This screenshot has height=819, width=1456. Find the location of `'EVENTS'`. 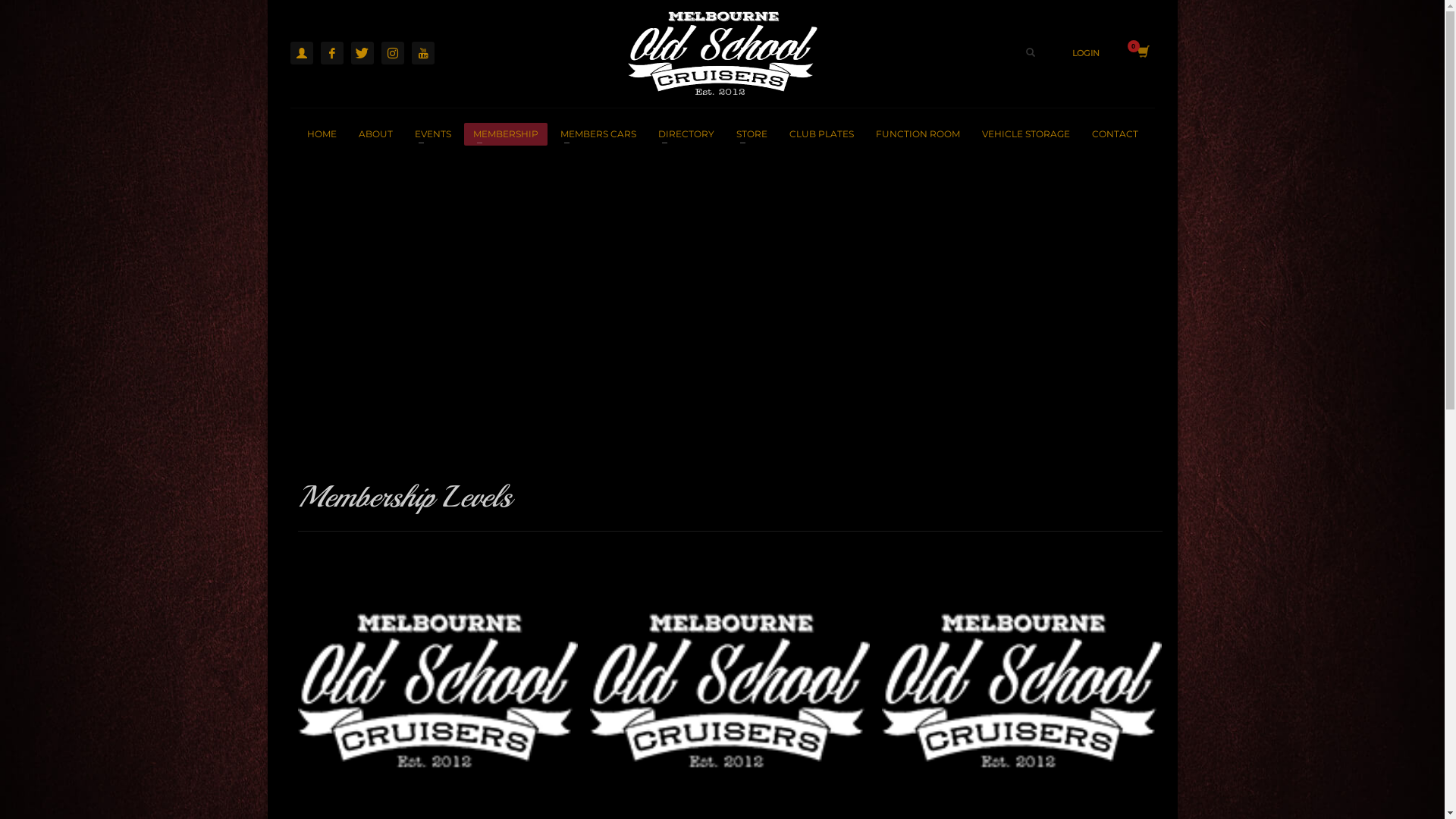

'EVENTS' is located at coordinates (431, 133).